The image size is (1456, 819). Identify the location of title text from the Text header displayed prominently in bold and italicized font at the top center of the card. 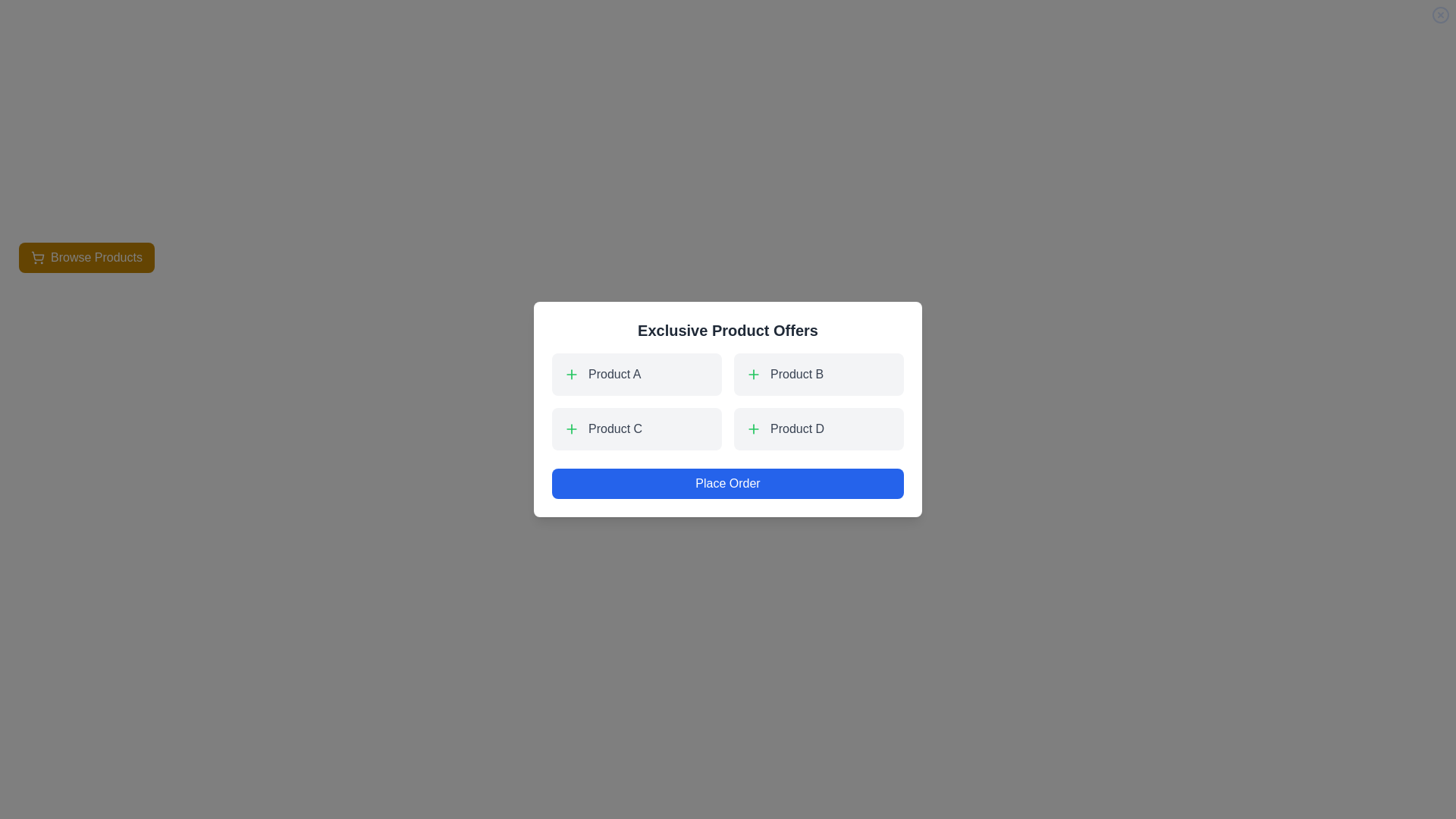
(728, 329).